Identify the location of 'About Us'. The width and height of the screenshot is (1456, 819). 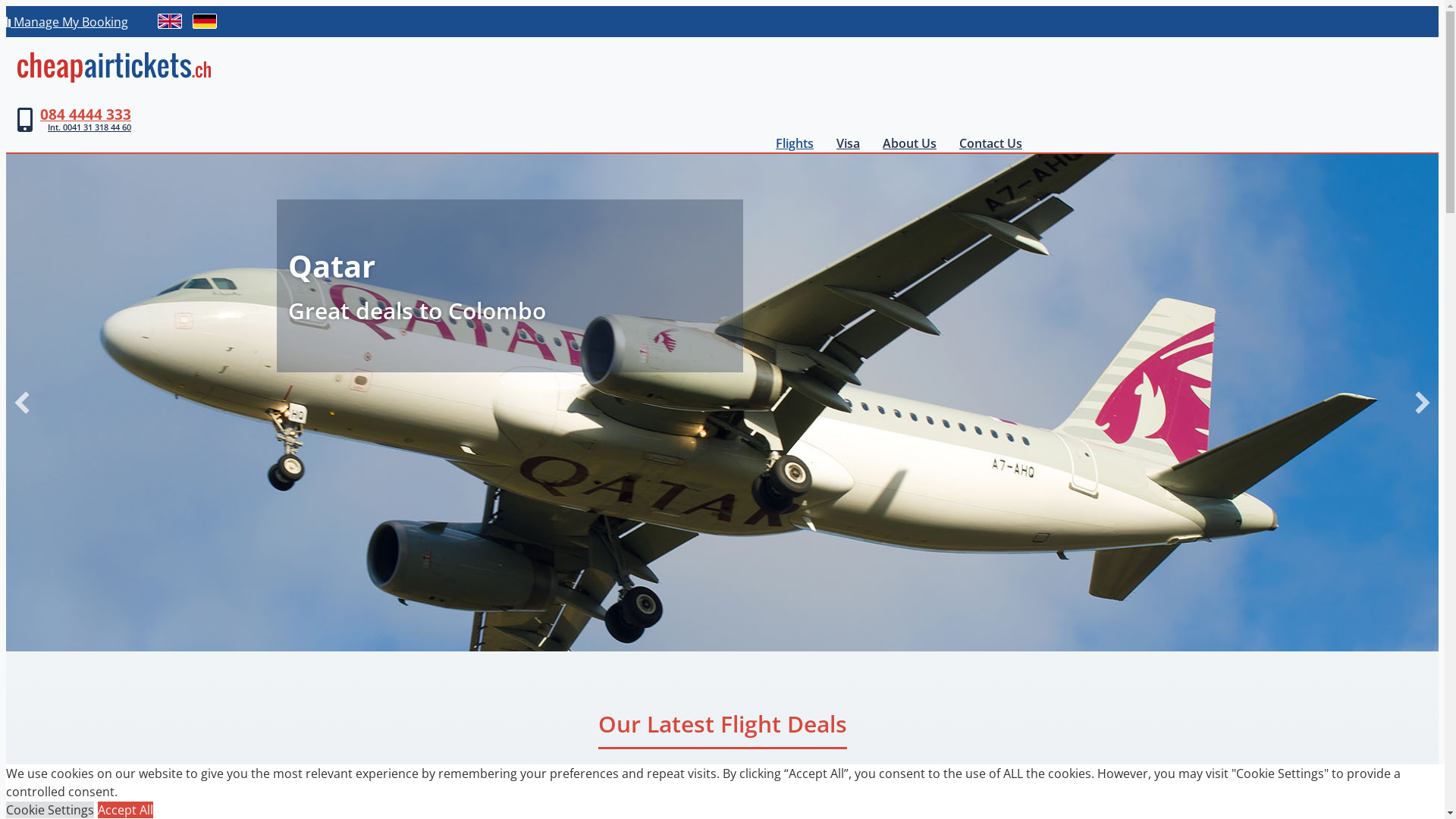
(871, 143).